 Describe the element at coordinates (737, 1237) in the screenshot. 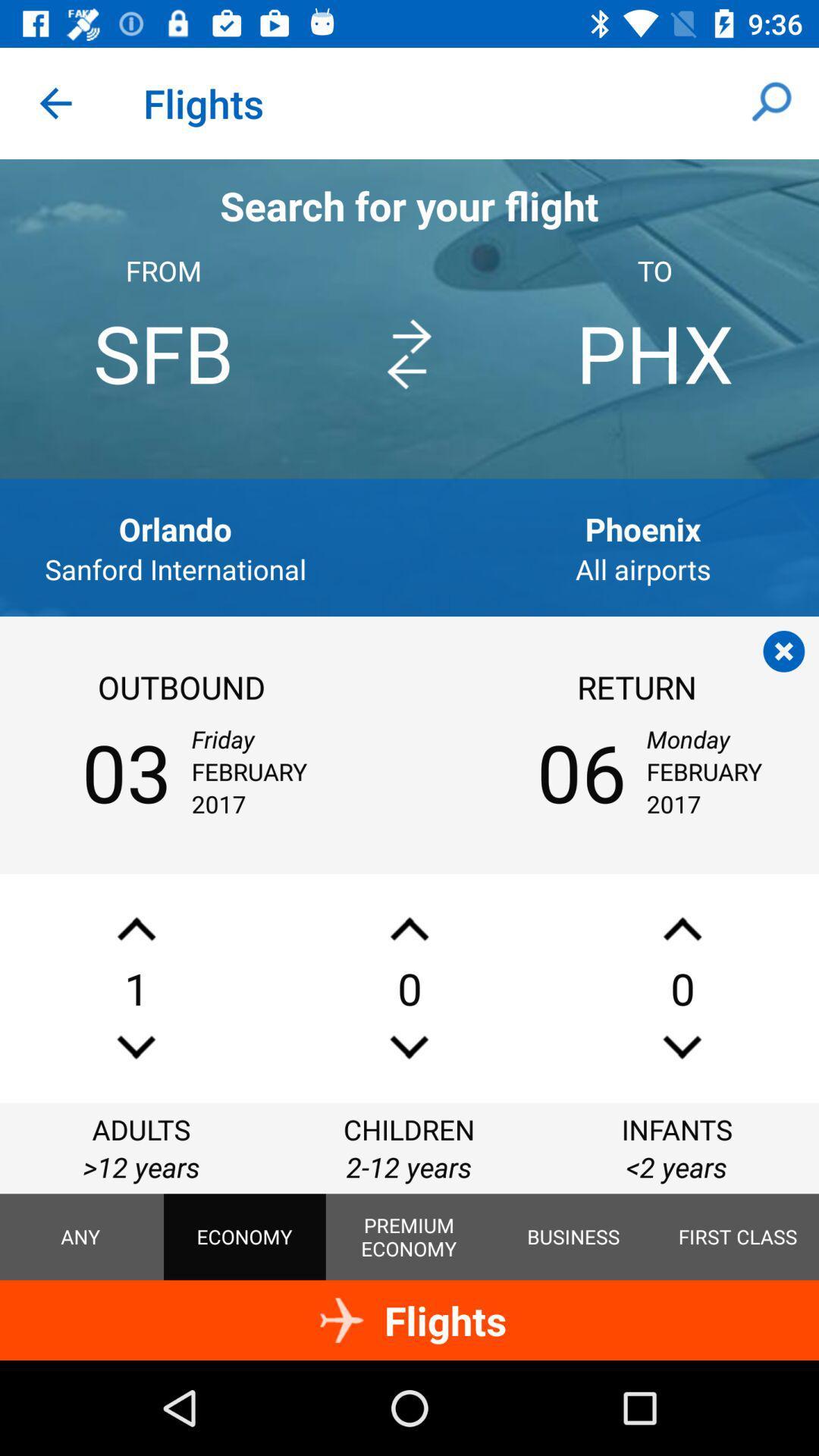

I see `the first class icon` at that location.